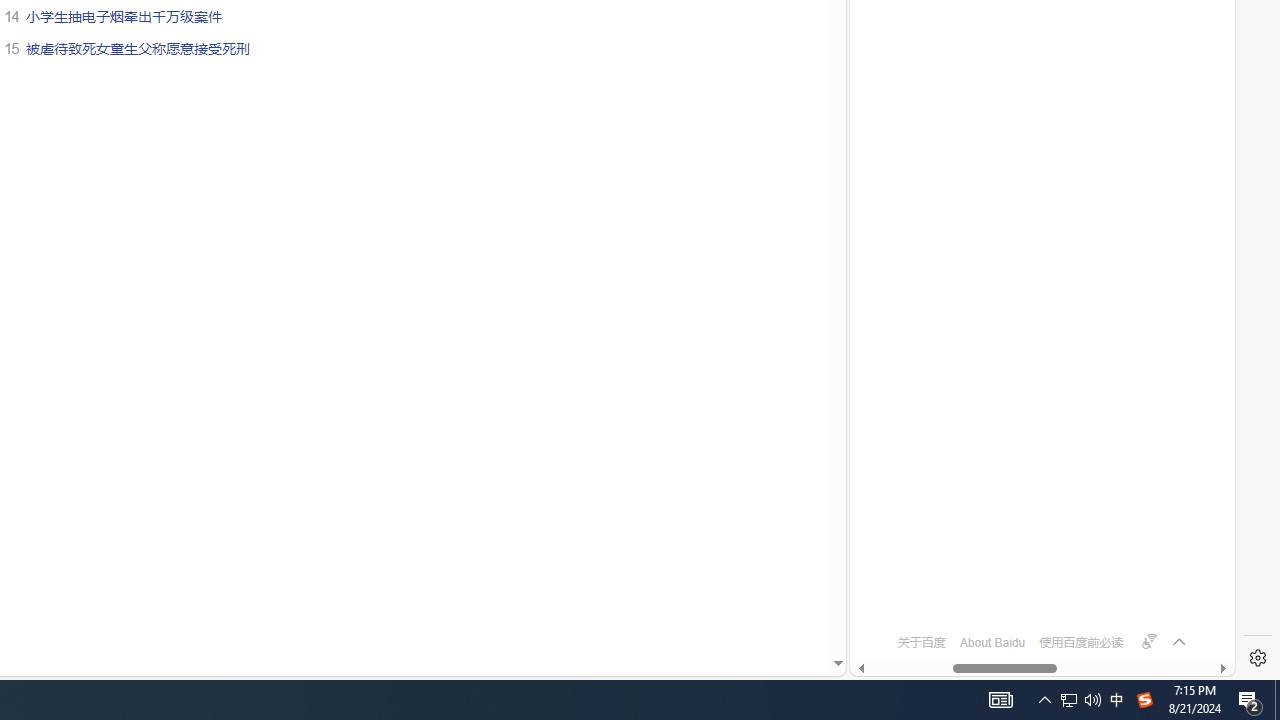  What do you see at coordinates (1034, 586) in the screenshot?
I see `'OFTV'` at bounding box center [1034, 586].